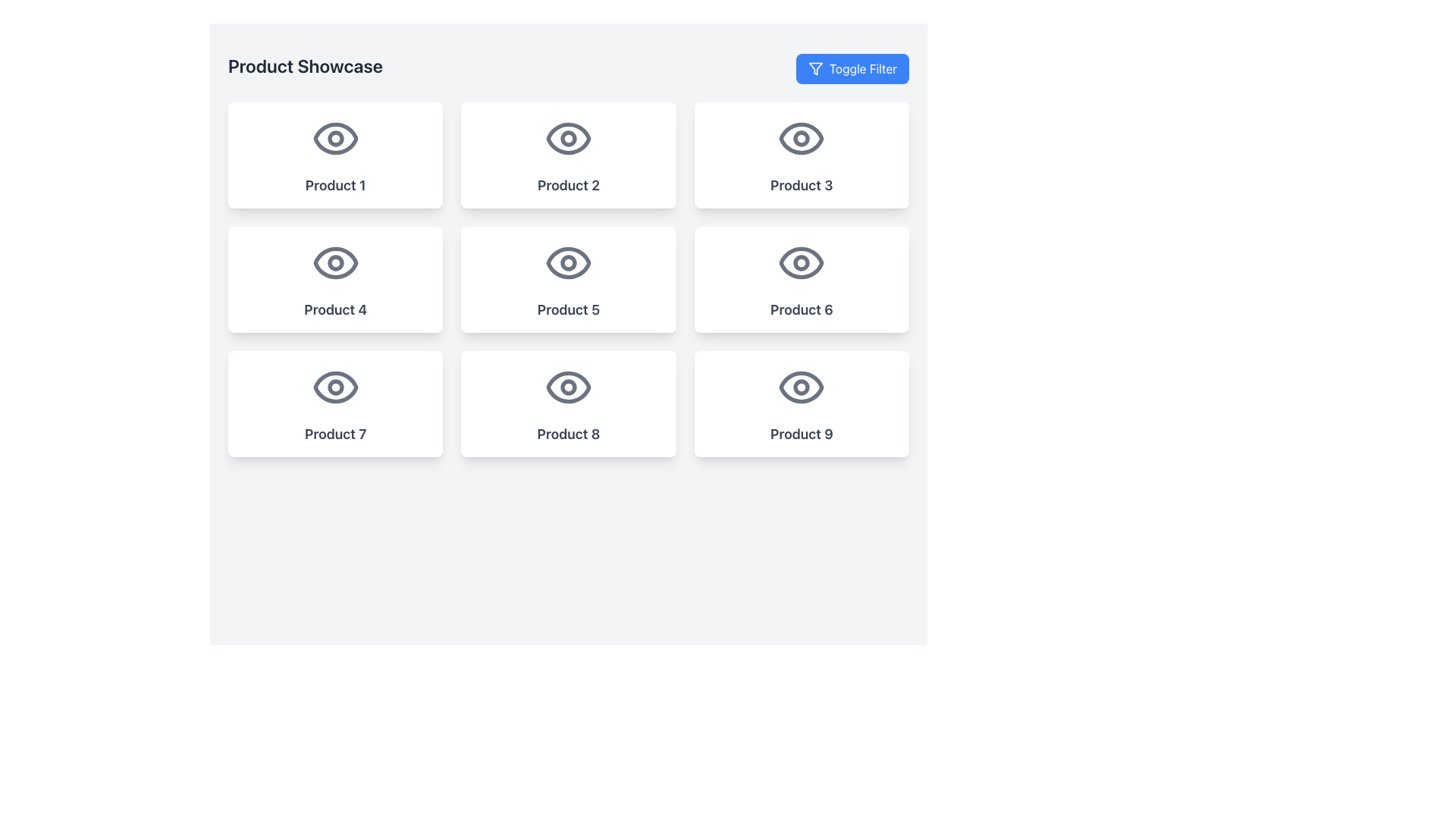  What do you see at coordinates (567, 262) in the screenshot?
I see `the stylized eye icon located in the fifth card of a three-by-three grid layout, which features a larger elliptical outline and a smaller circular element` at bounding box center [567, 262].